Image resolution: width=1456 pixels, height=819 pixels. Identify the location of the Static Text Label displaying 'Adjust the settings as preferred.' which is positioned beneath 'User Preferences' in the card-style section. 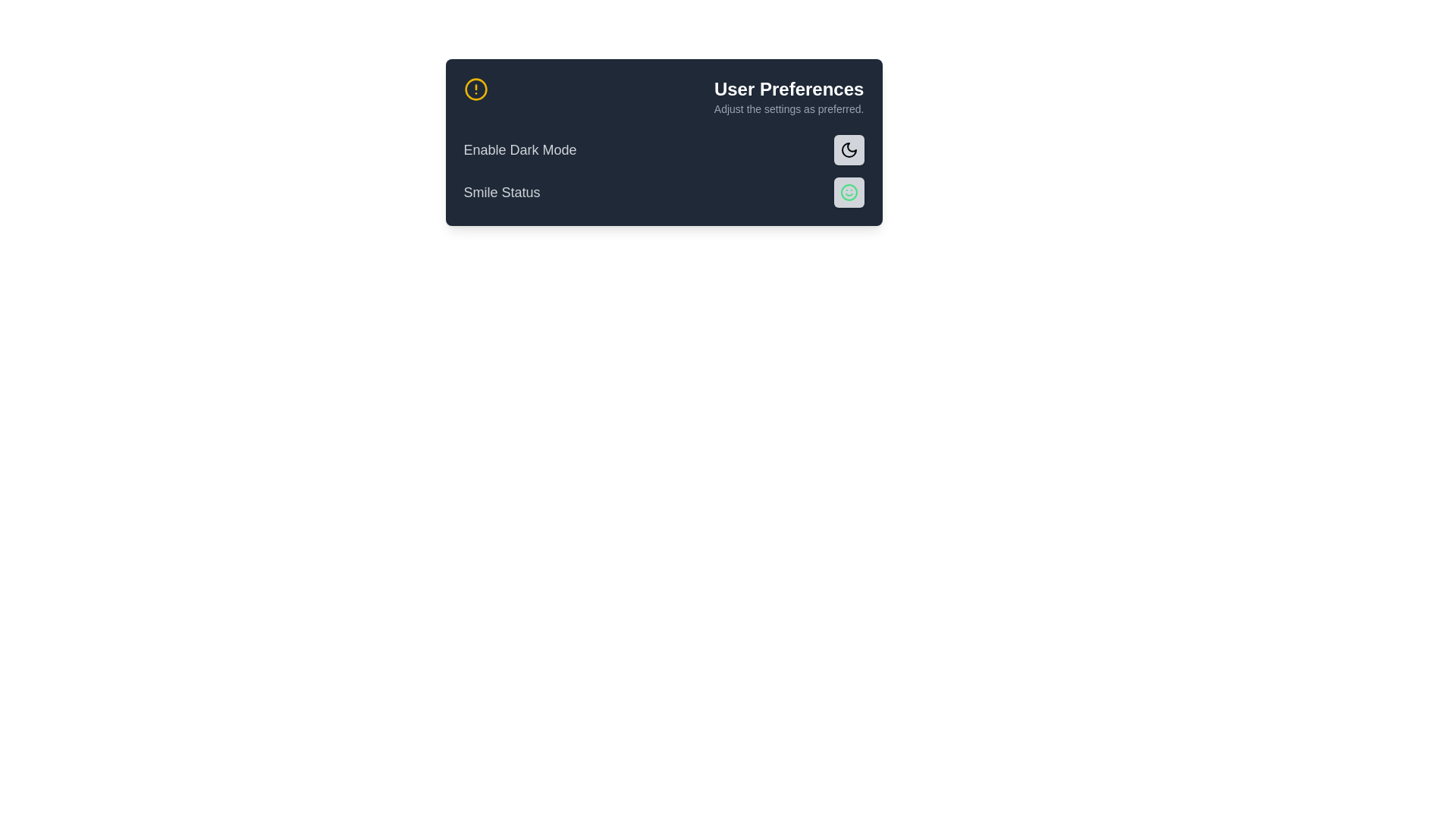
(789, 108).